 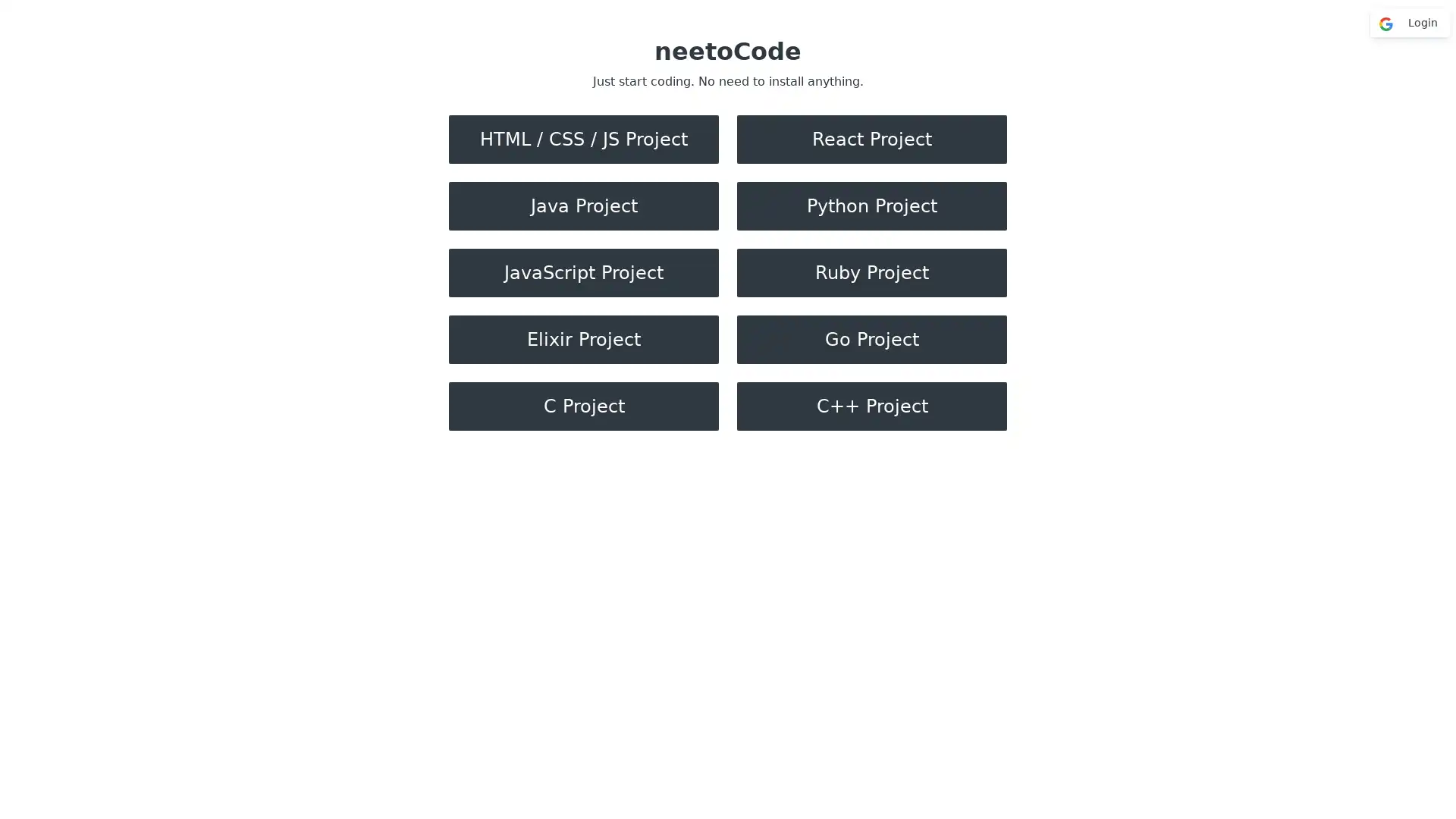 I want to click on C Project, so click(x=582, y=406).